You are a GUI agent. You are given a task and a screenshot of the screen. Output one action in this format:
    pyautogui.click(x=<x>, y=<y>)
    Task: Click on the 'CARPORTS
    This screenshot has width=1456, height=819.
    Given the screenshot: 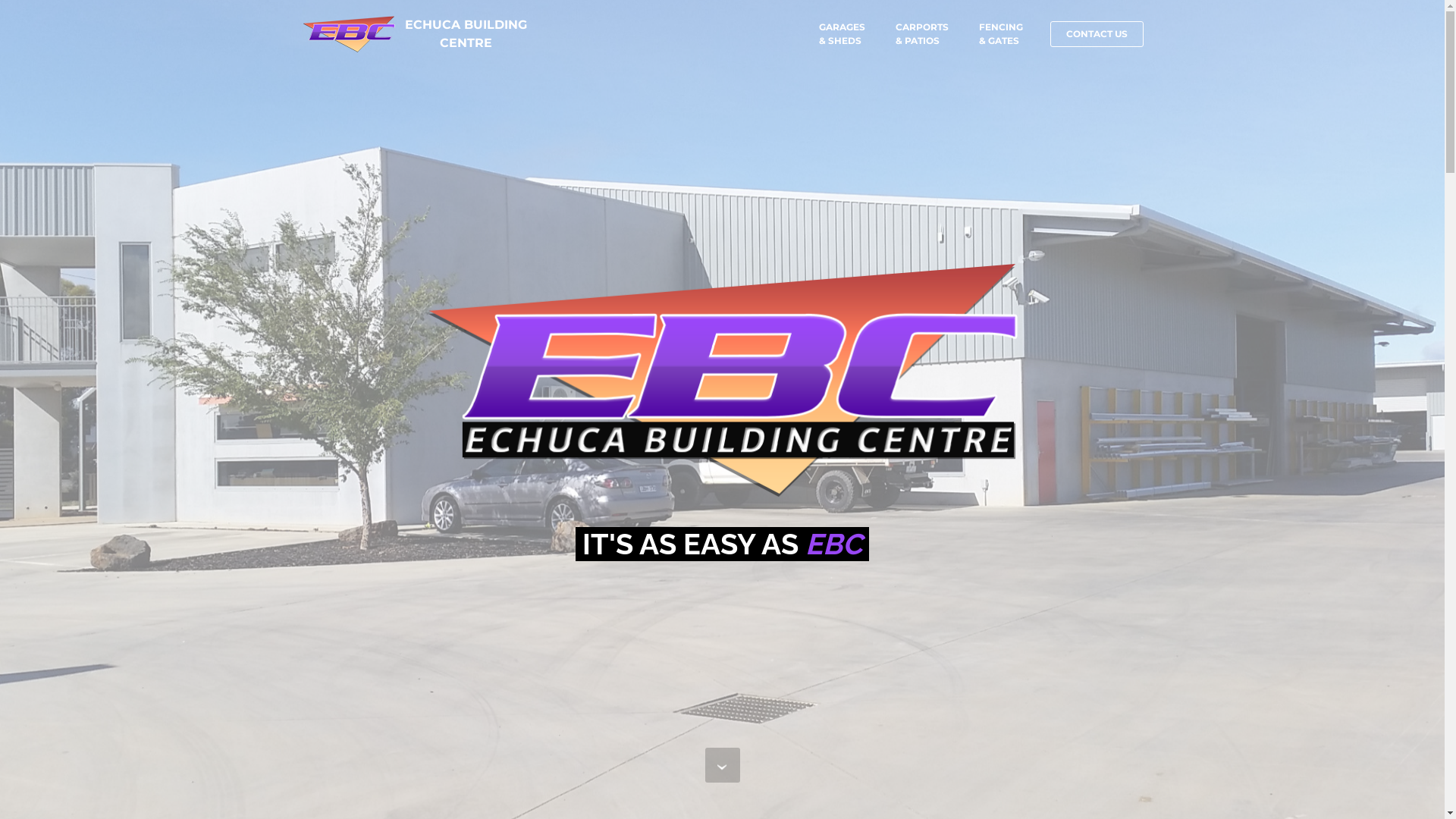 What is the action you would take?
    pyautogui.click(x=920, y=34)
    